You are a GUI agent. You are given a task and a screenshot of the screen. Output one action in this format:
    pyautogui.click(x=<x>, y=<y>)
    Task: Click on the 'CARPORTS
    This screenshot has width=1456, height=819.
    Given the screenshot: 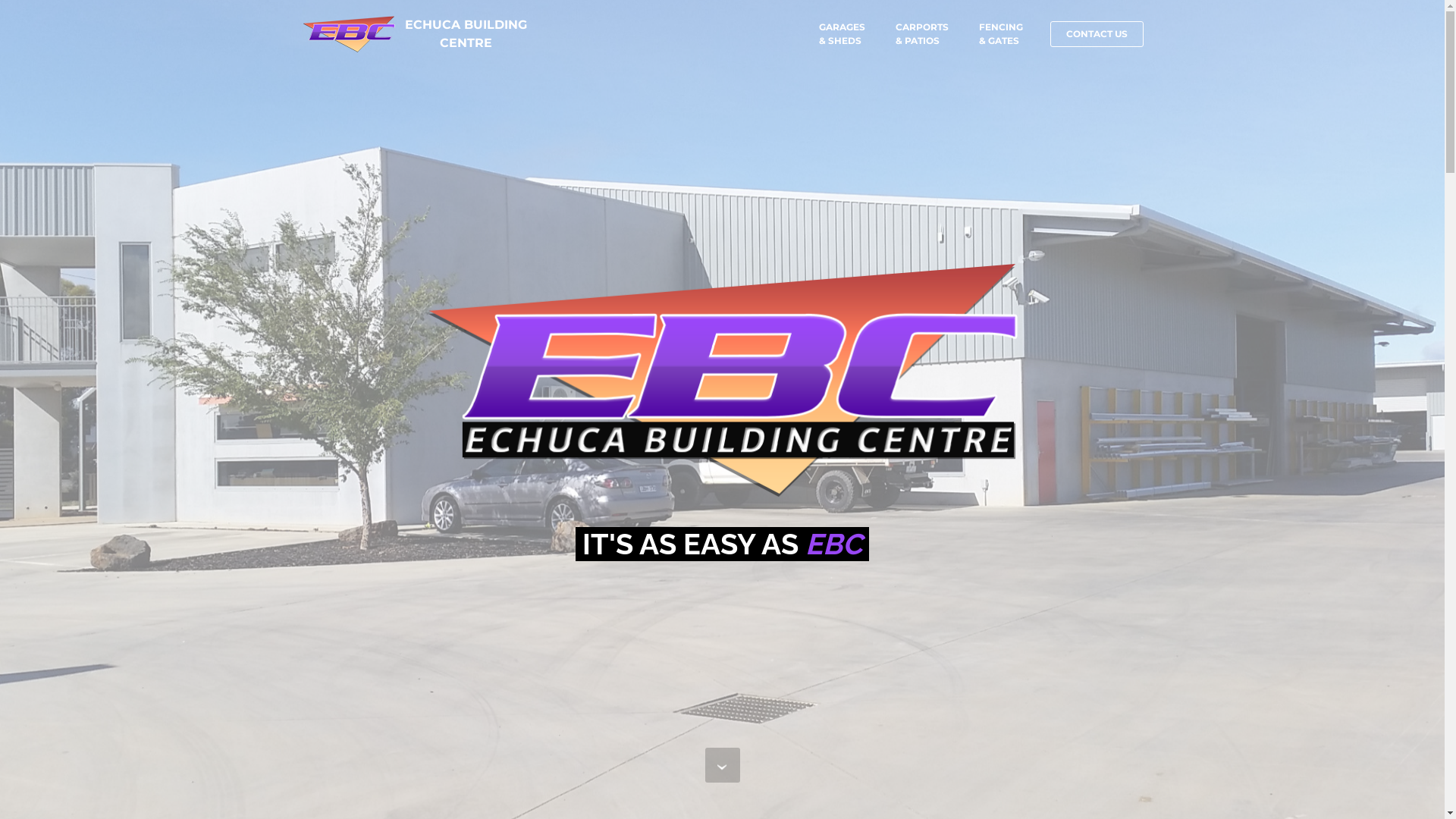 What is the action you would take?
    pyautogui.click(x=920, y=34)
    